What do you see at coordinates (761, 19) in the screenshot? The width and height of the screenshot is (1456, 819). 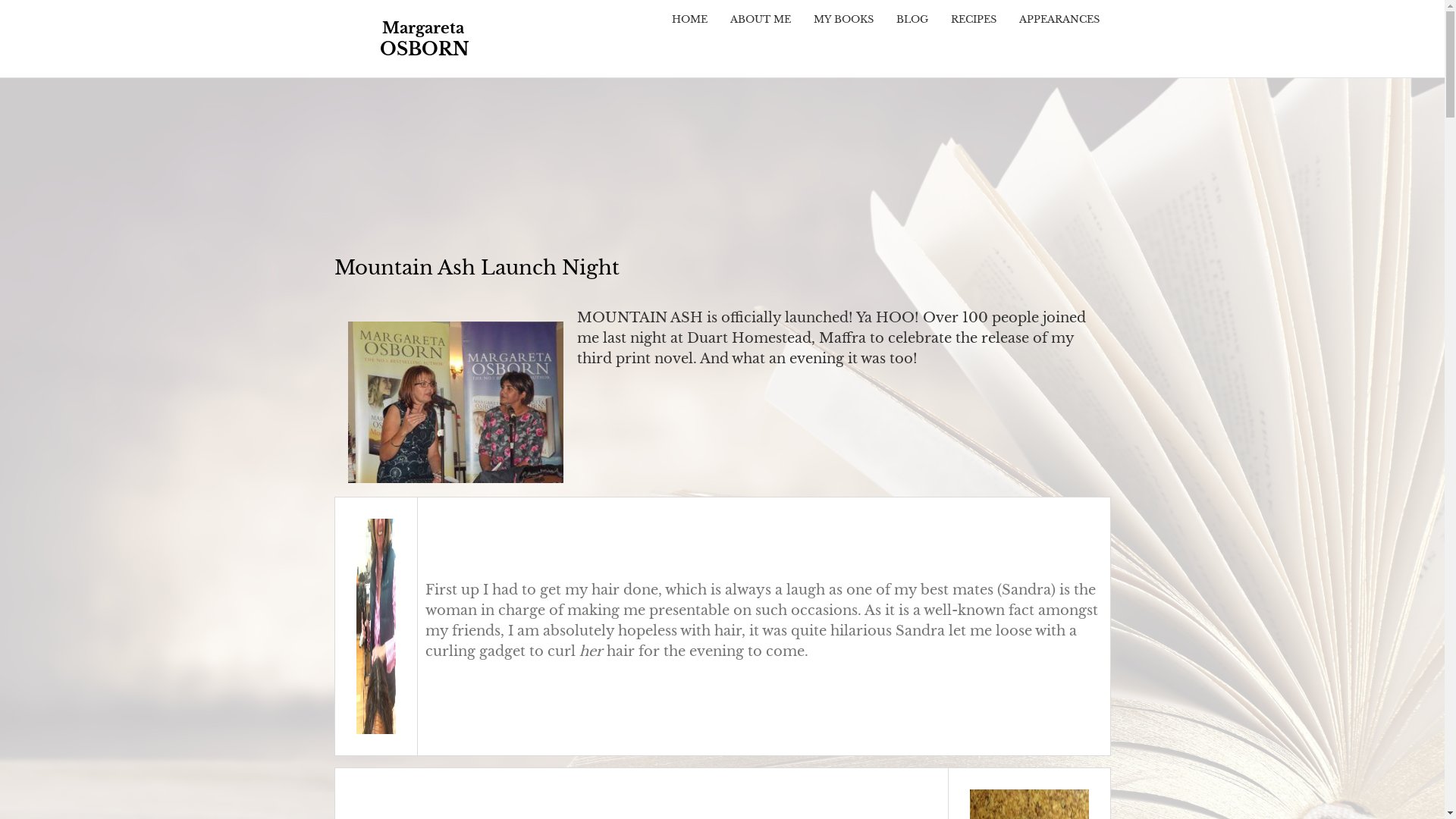 I see `'ABOUT ME'` at bounding box center [761, 19].